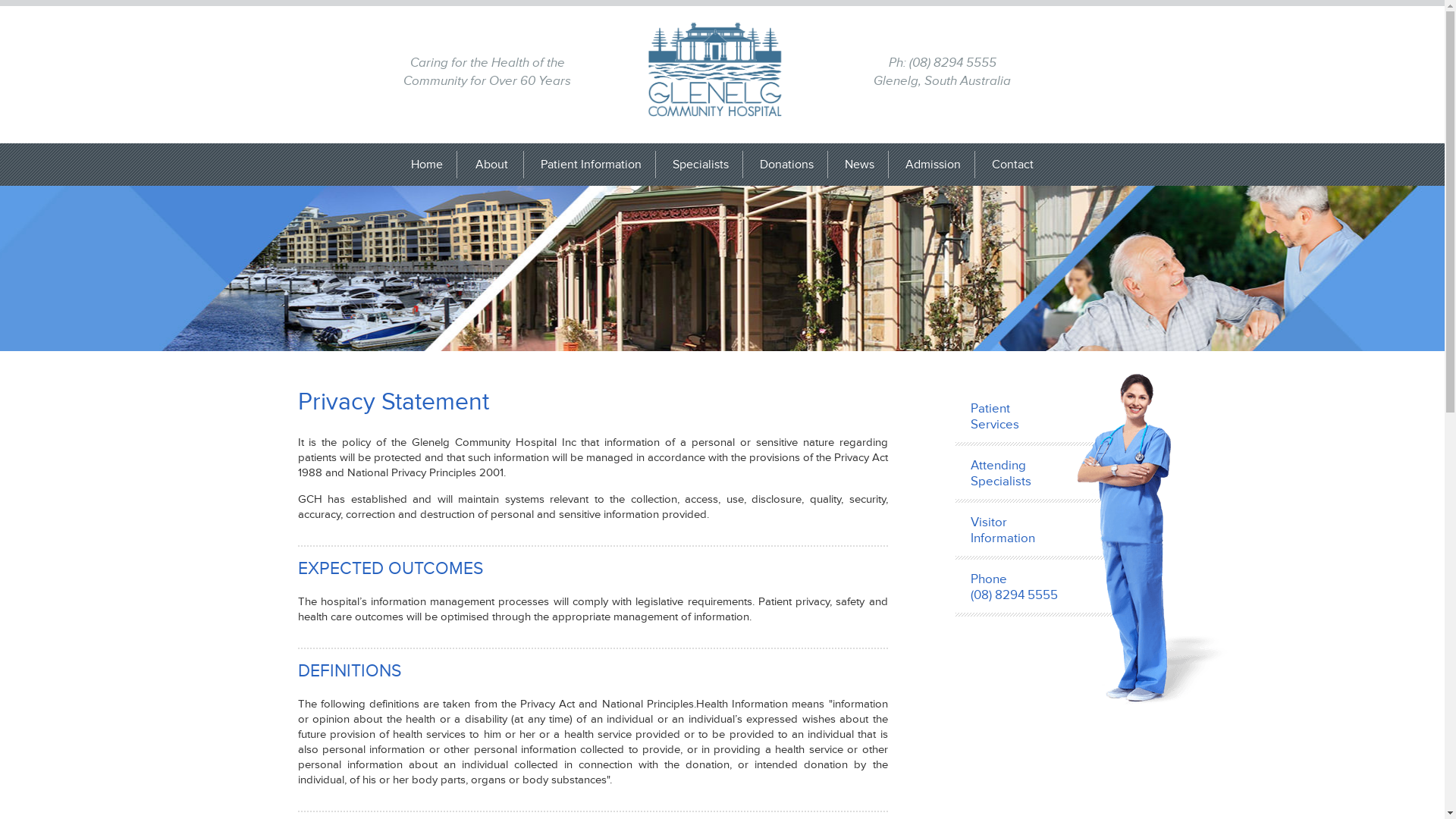 The height and width of the screenshot is (819, 1456). Describe the element at coordinates (714, 70) in the screenshot. I see `'Glenelg Community Hospital'` at that location.